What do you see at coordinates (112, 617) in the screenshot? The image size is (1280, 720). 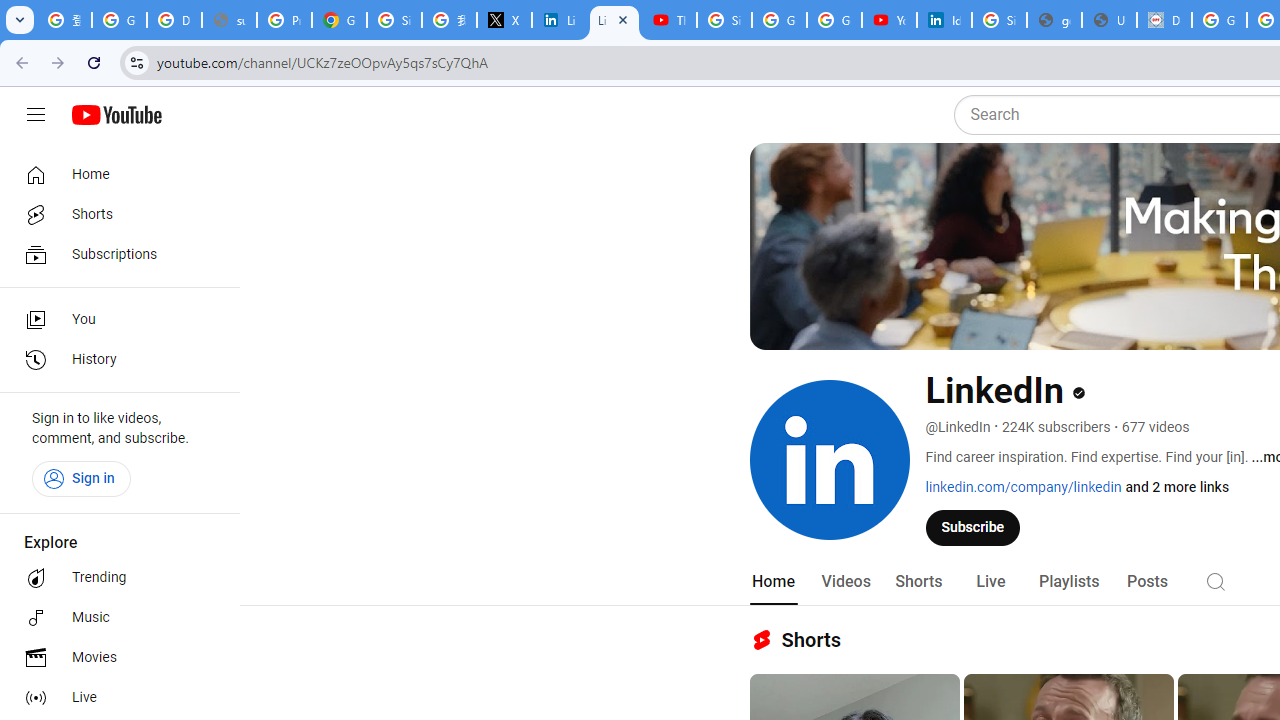 I see `'Music'` at bounding box center [112, 617].